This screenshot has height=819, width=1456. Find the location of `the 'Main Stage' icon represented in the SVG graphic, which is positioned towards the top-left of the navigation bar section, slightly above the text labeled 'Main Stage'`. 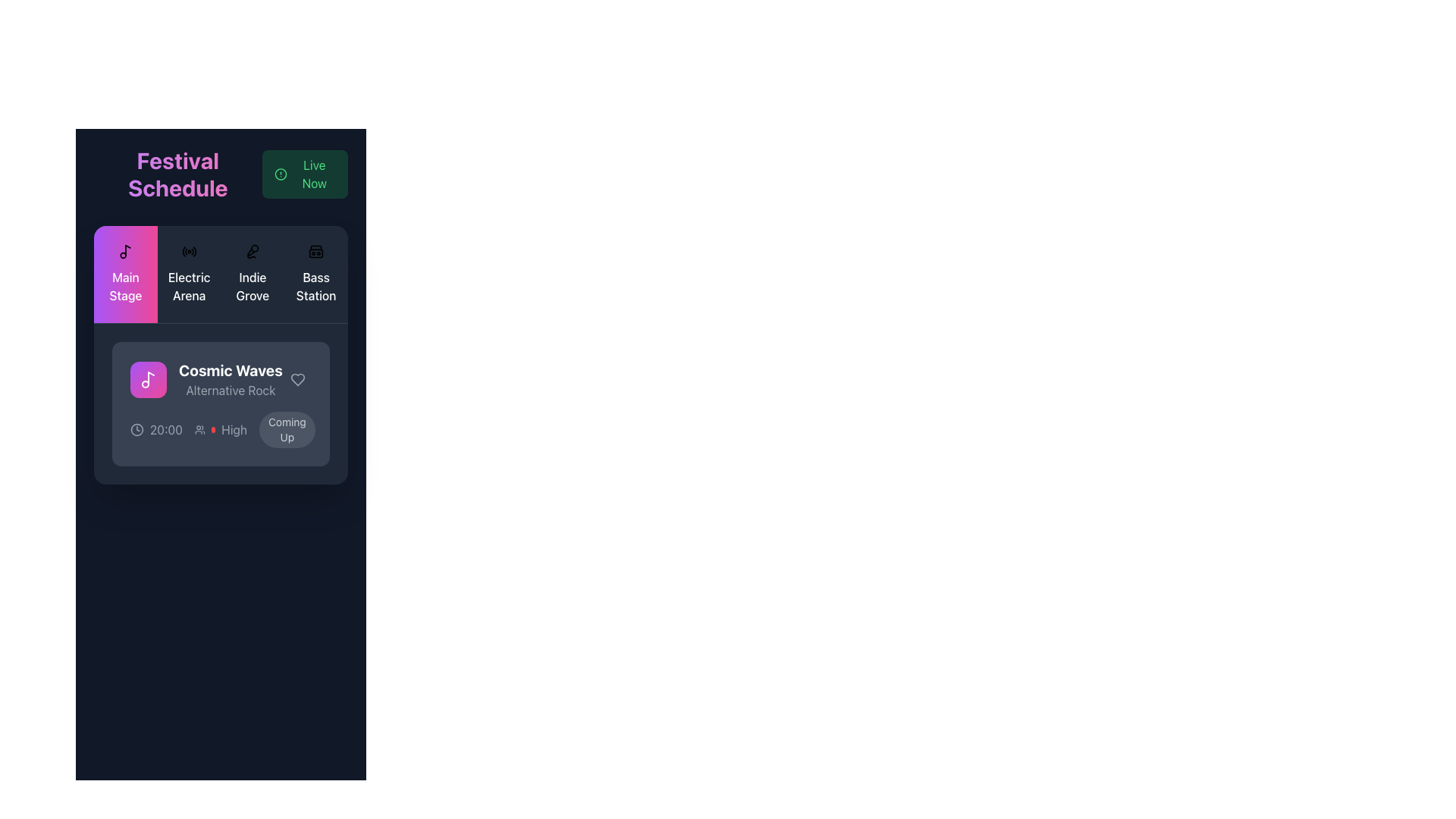

the 'Main Stage' icon represented in the SVG graphic, which is positioned towards the top-left of the navigation bar section, slightly above the text labeled 'Main Stage' is located at coordinates (127, 249).